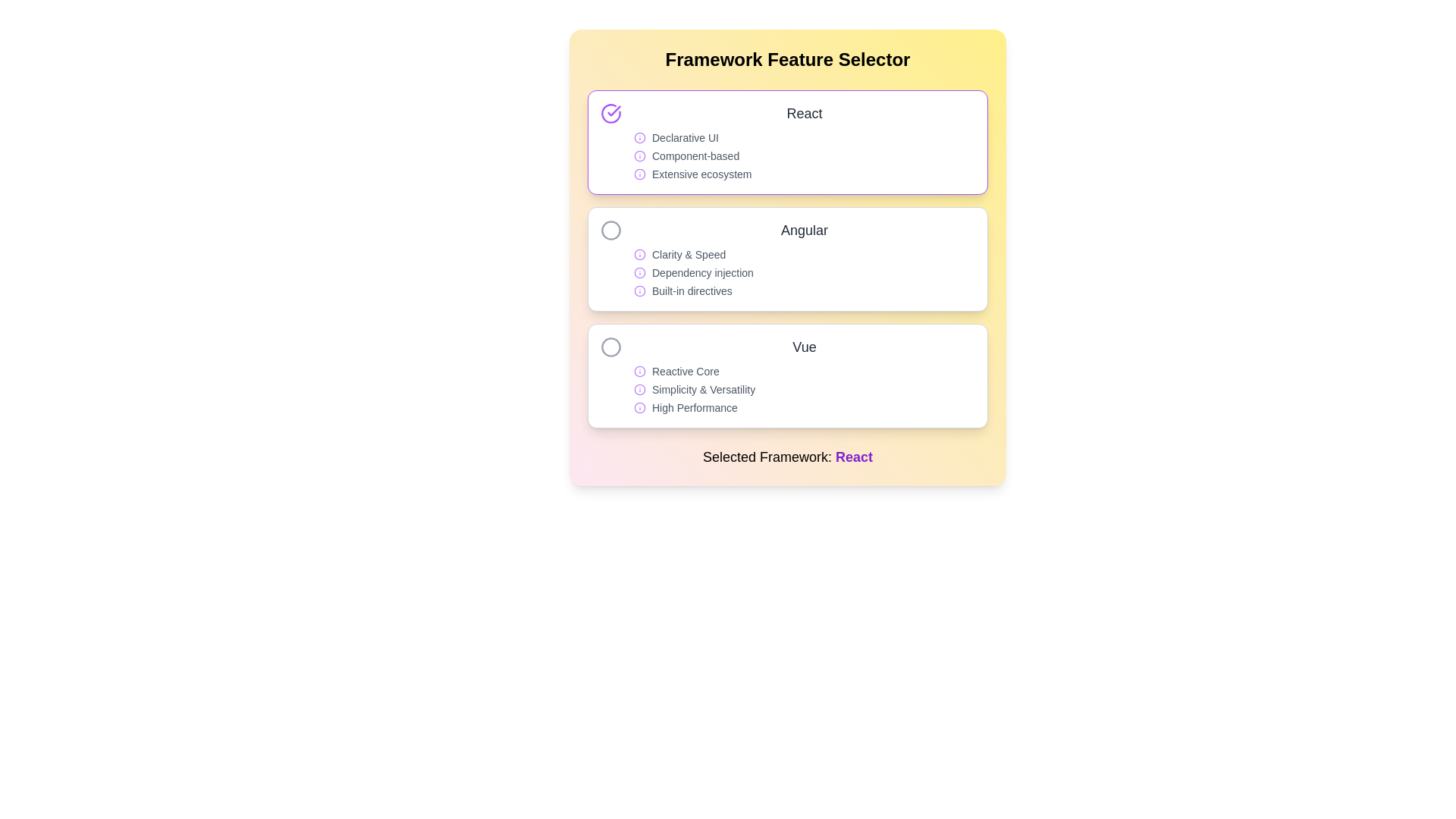 The height and width of the screenshot is (819, 1456). What do you see at coordinates (803, 271) in the screenshot?
I see `one of the information icons in the bulleted list of the Angular card for additional details` at bounding box center [803, 271].